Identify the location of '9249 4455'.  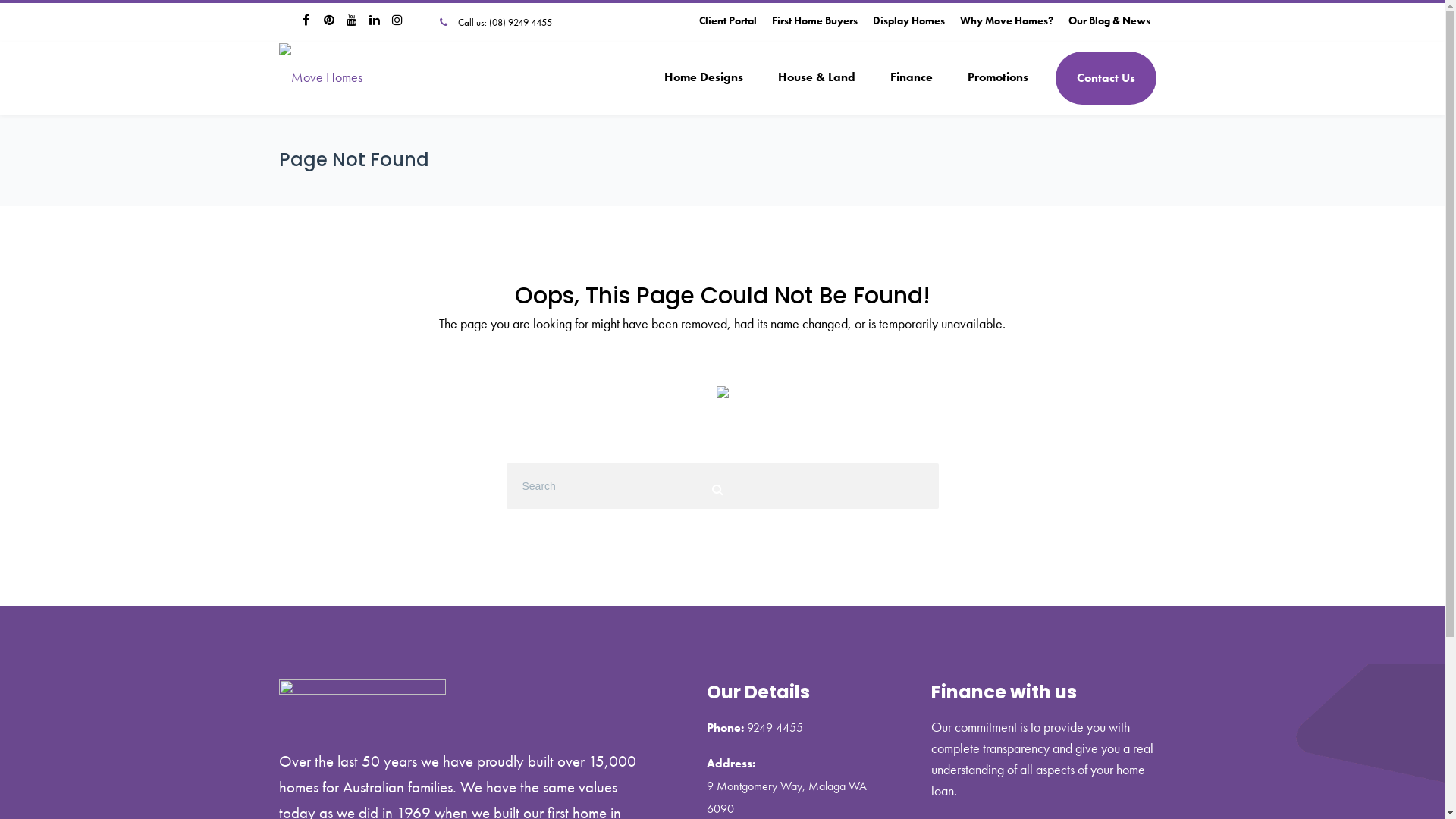
(774, 726).